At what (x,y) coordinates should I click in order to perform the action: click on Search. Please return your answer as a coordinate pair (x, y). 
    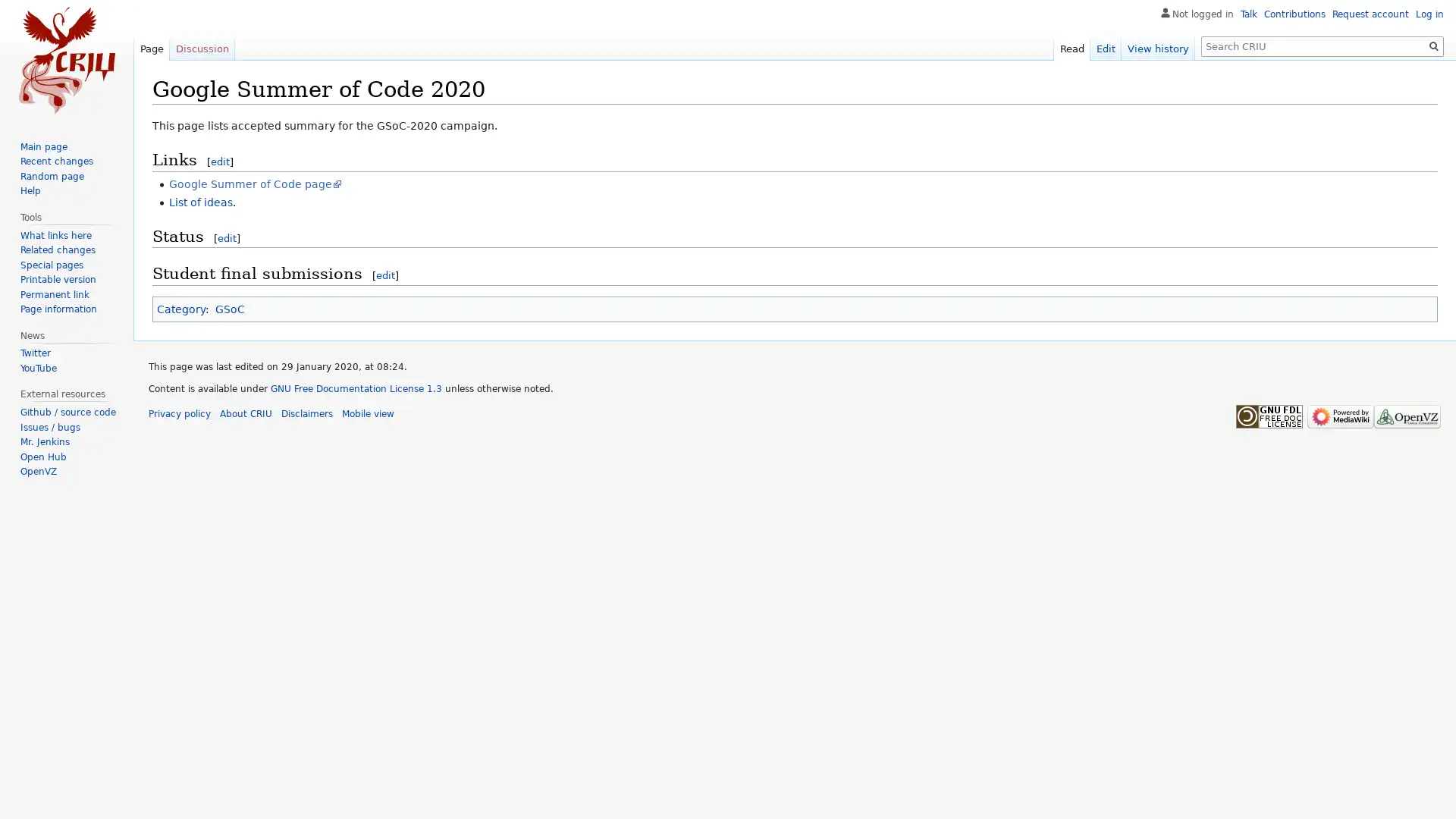
    Looking at the image, I should click on (1433, 45).